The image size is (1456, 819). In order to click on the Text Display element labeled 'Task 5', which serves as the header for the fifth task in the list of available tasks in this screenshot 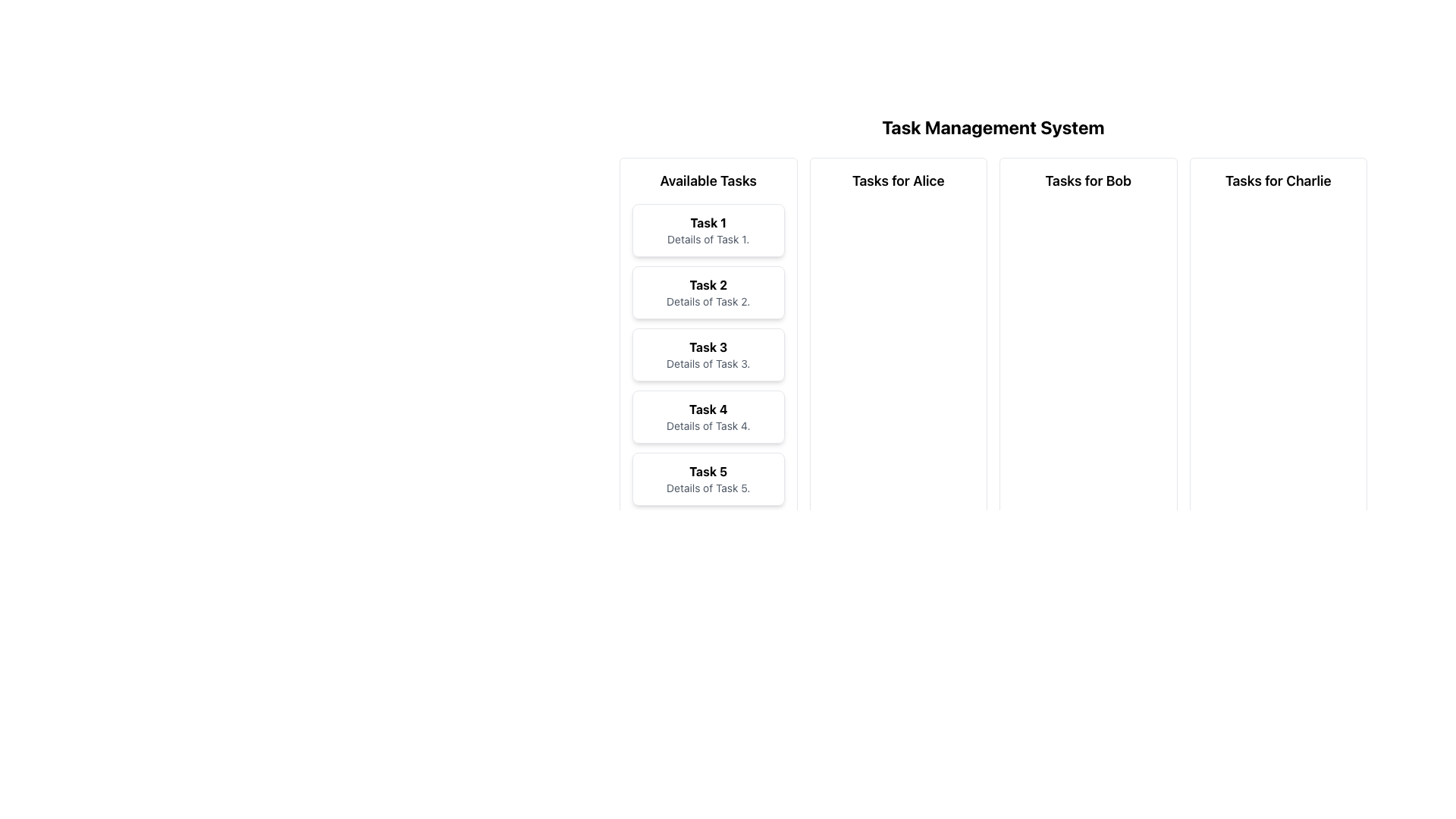, I will do `click(708, 470)`.